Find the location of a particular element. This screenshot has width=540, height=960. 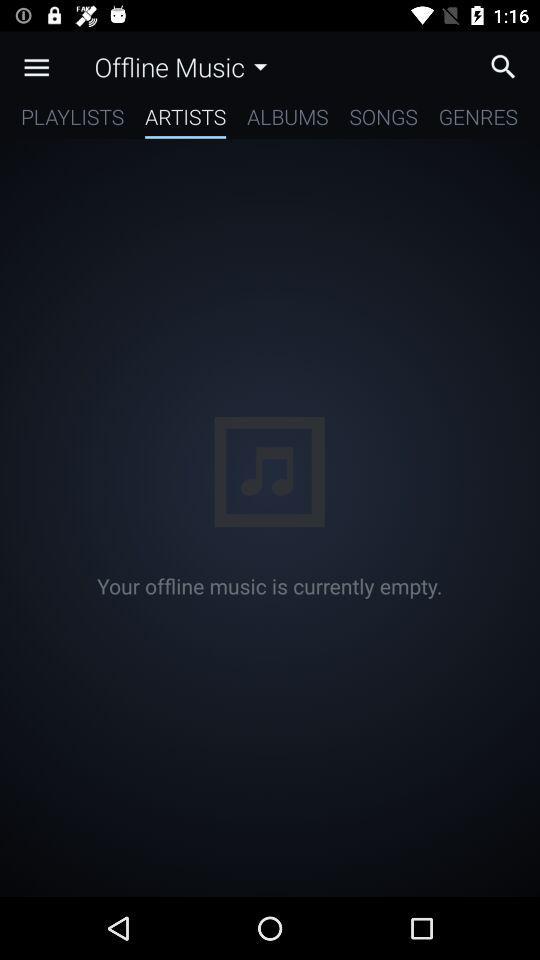

the artists app is located at coordinates (185, 120).